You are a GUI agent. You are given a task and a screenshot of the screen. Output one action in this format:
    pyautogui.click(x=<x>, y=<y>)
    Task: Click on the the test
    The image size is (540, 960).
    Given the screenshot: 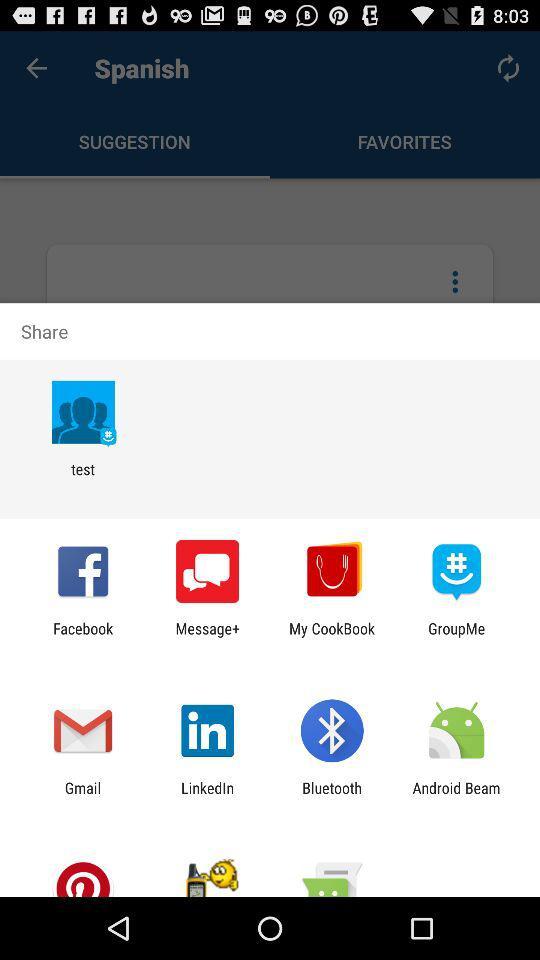 What is the action you would take?
    pyautogui.click(x=82, y=478)
    